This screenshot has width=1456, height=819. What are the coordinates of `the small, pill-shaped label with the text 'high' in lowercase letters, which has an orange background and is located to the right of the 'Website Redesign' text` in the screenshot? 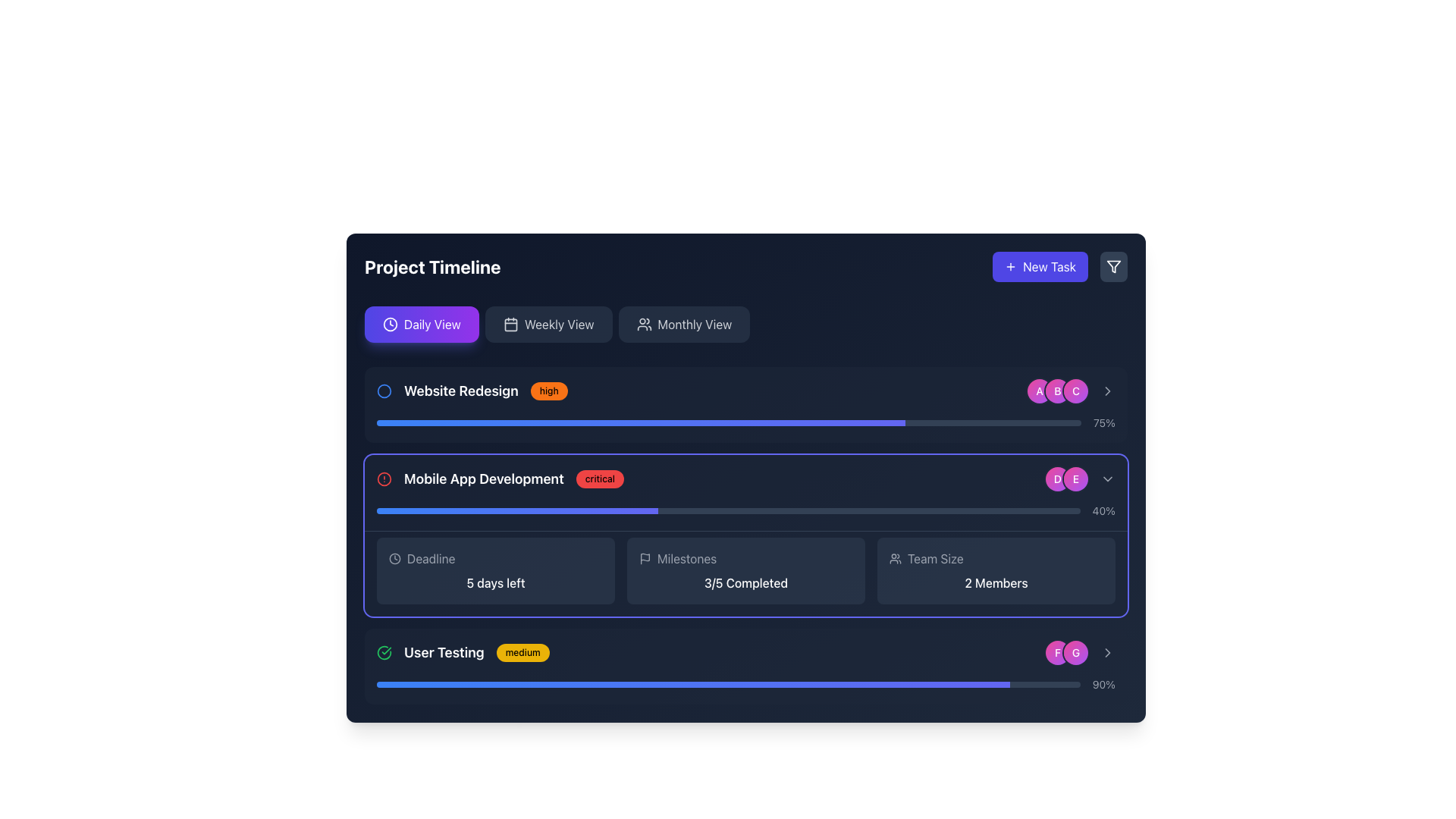 It's located at (548, 391).